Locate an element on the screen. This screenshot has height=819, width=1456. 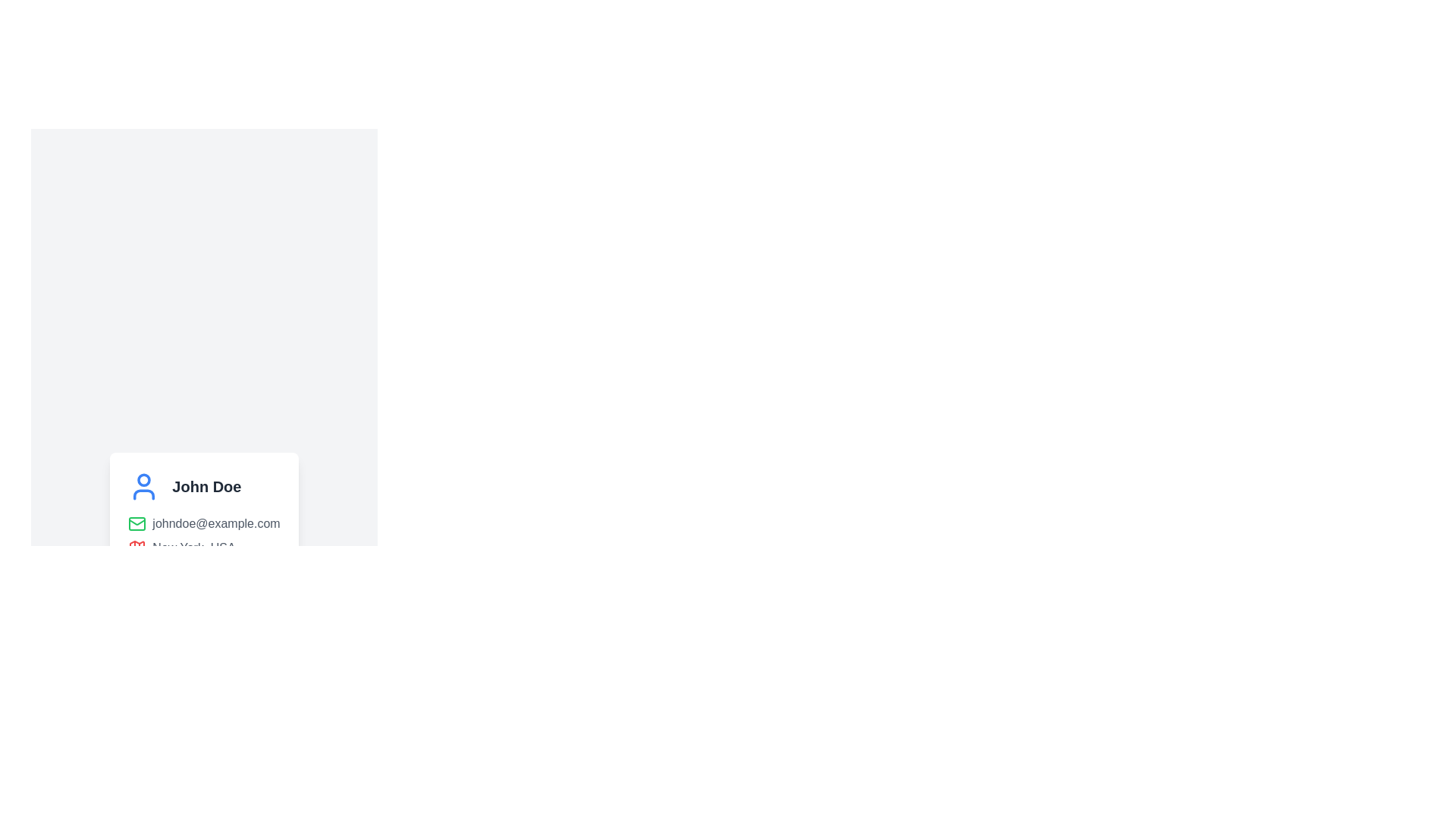
the text block displaying 'johndoe@example.com' and 'New York, USA' is located at coordinates (203, 535).